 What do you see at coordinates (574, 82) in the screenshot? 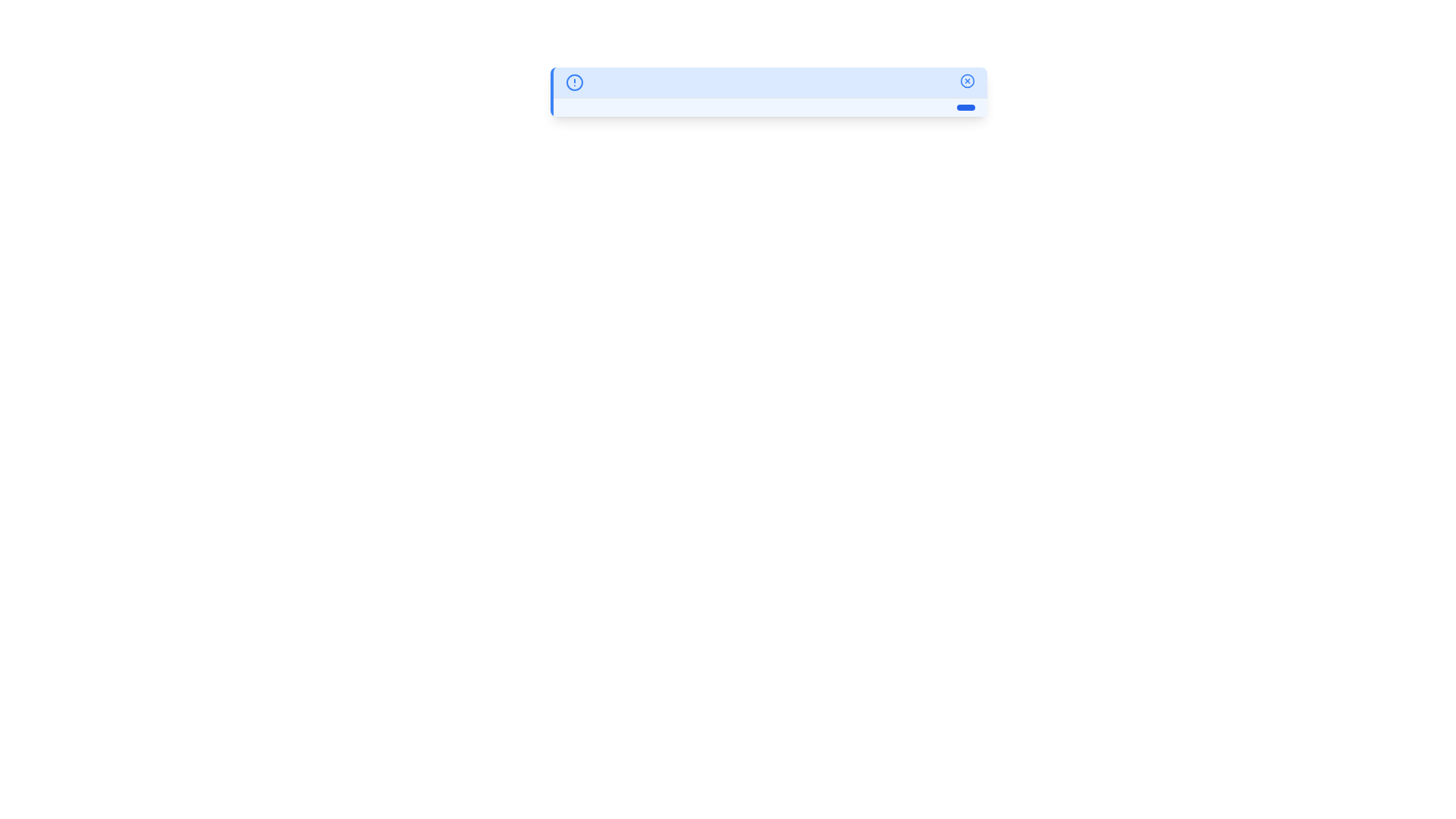
I see `the circular icon with a blue outline located in the top-left corner of the search bar area` at bounding box center [574, 82].